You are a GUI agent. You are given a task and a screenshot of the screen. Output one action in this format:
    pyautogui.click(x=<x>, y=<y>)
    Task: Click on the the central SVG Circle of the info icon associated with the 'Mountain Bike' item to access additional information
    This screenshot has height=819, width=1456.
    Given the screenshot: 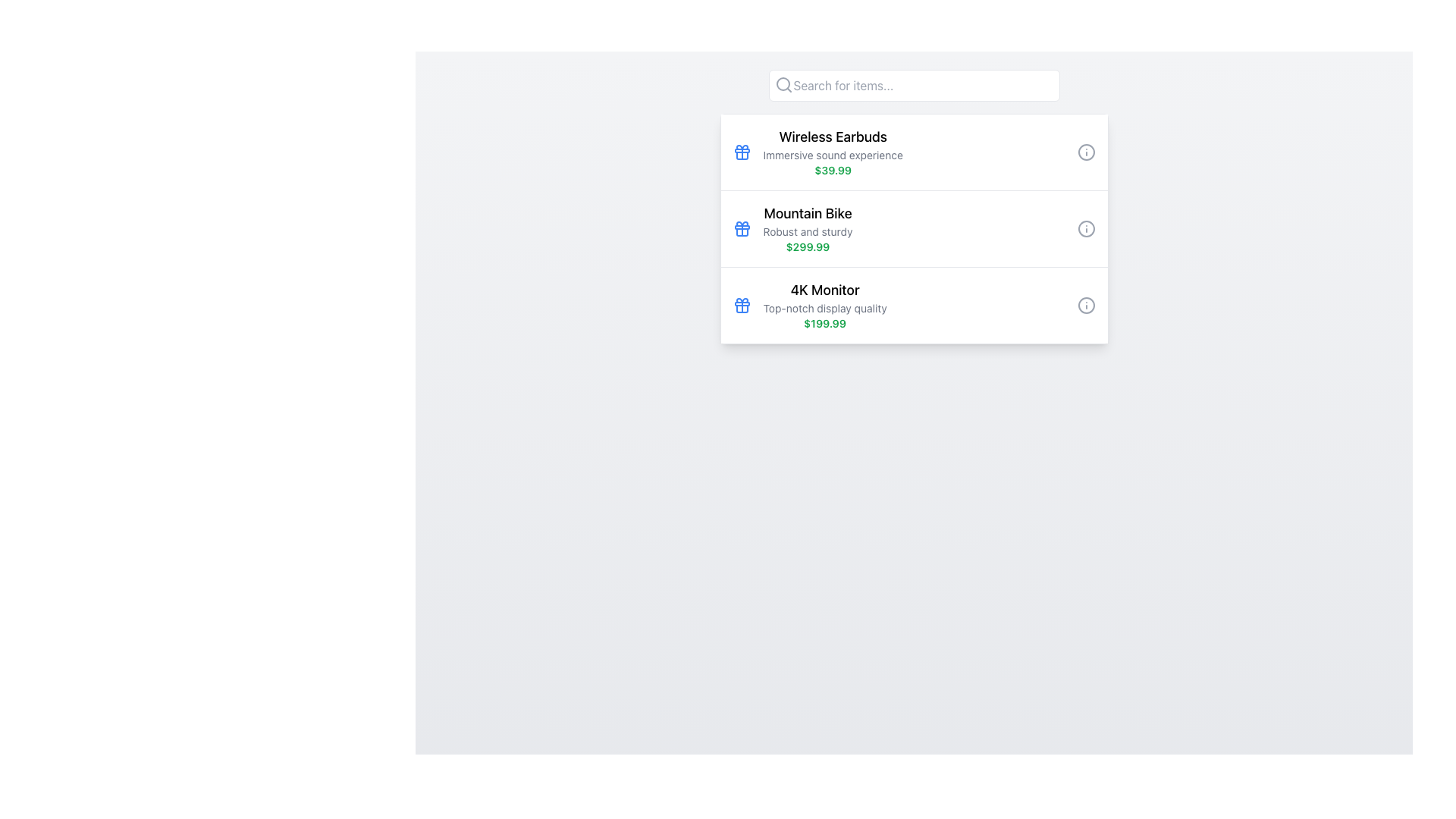 What is the action you would take?
    pyautogui.click(x=1085, y=228)
    